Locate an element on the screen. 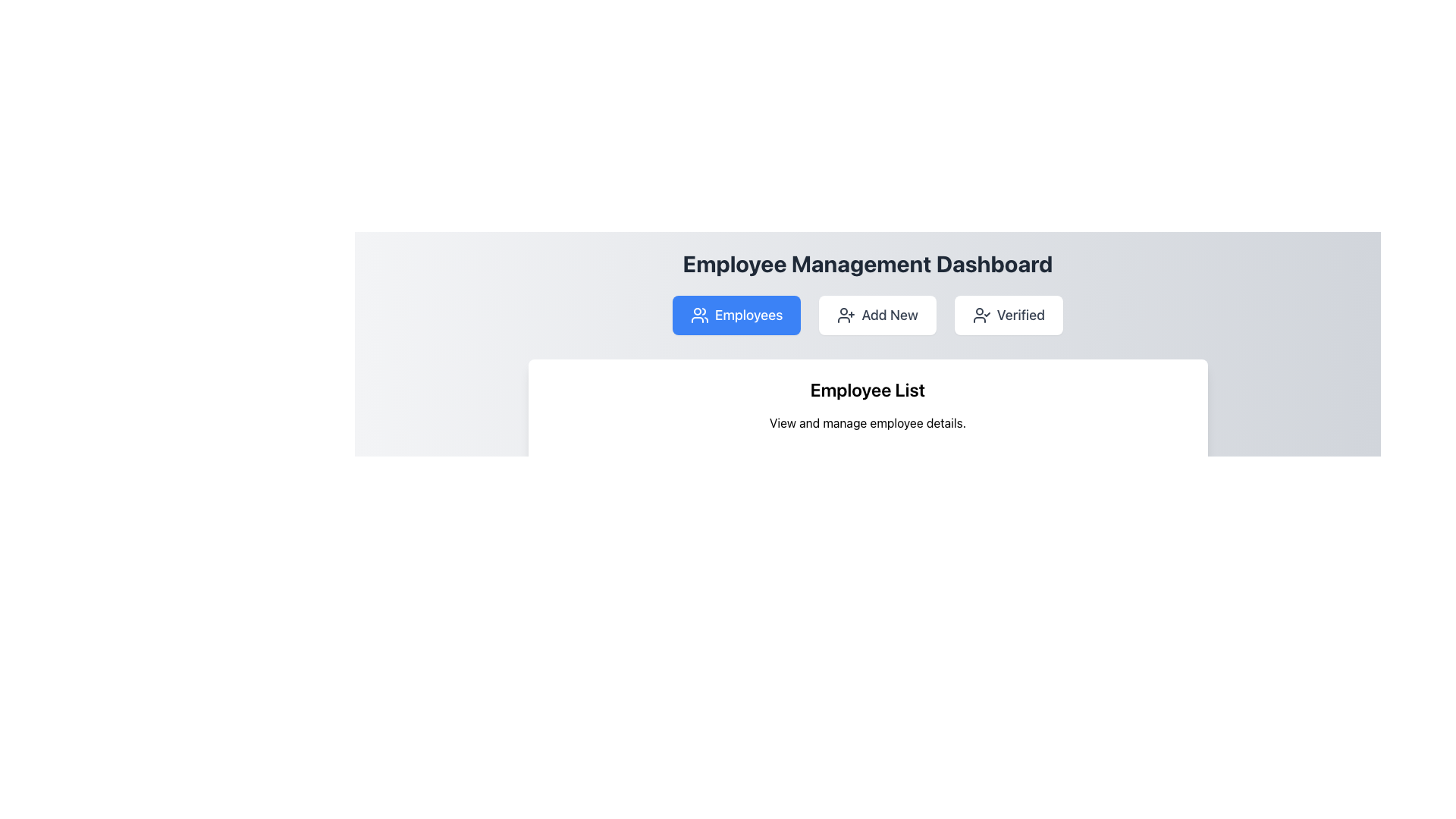  the 'Verified' button is located at coordinates (981, 315).